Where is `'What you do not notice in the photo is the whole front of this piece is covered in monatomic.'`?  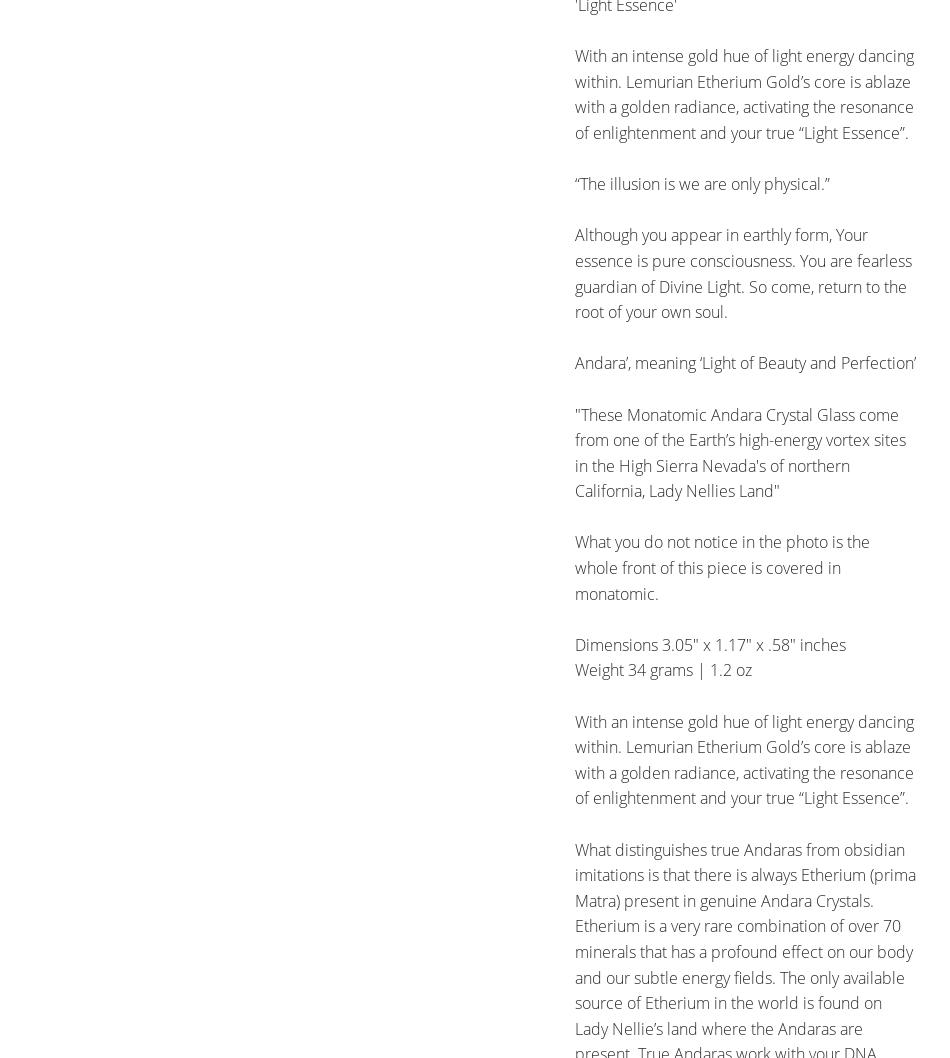 'What you do not notice in the photo is the whole front of this piece is covered in monatomic.' is located at coordinates (721, 567).